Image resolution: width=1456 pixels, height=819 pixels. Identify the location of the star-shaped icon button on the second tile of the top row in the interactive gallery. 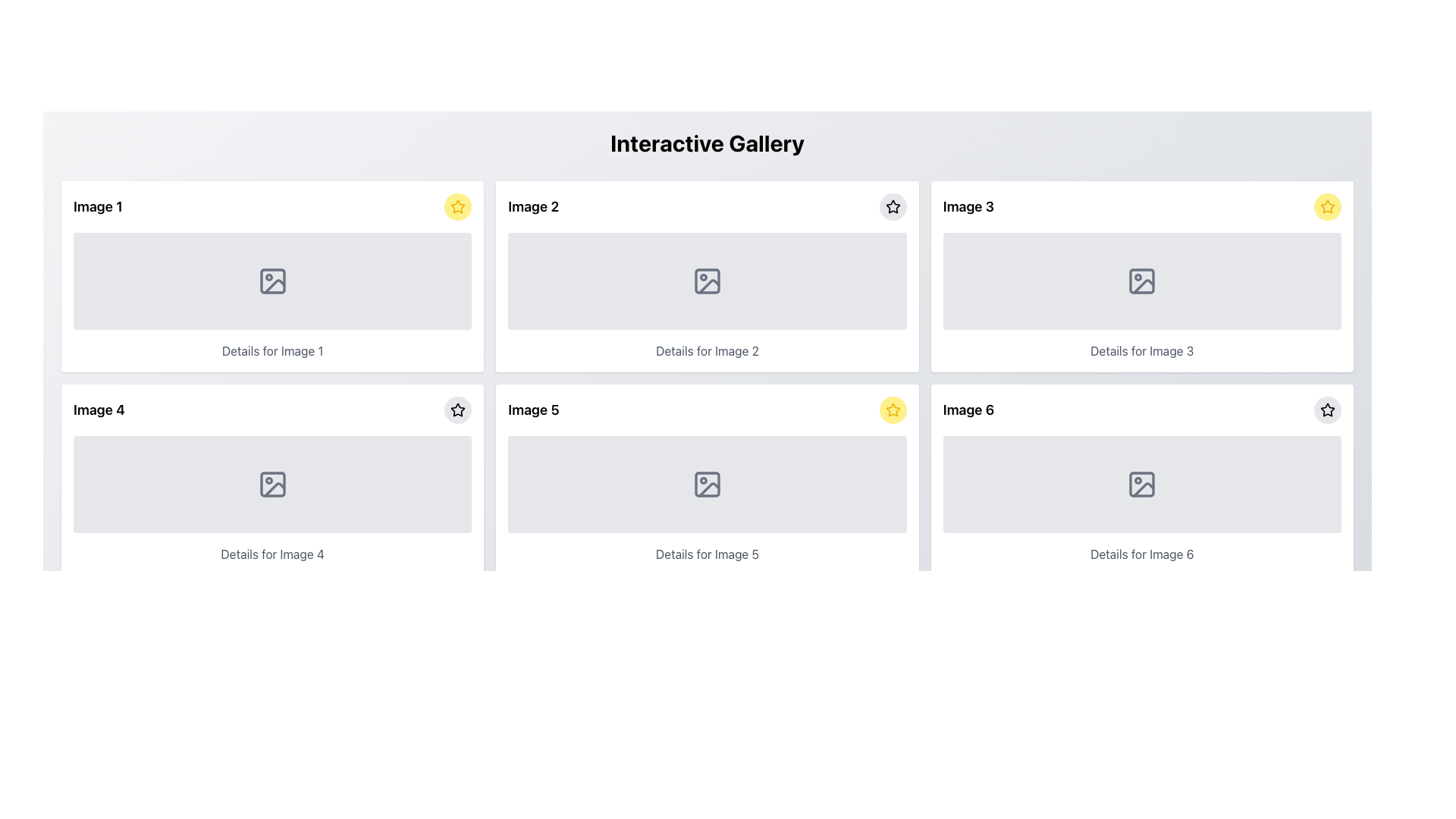
(893, 207).